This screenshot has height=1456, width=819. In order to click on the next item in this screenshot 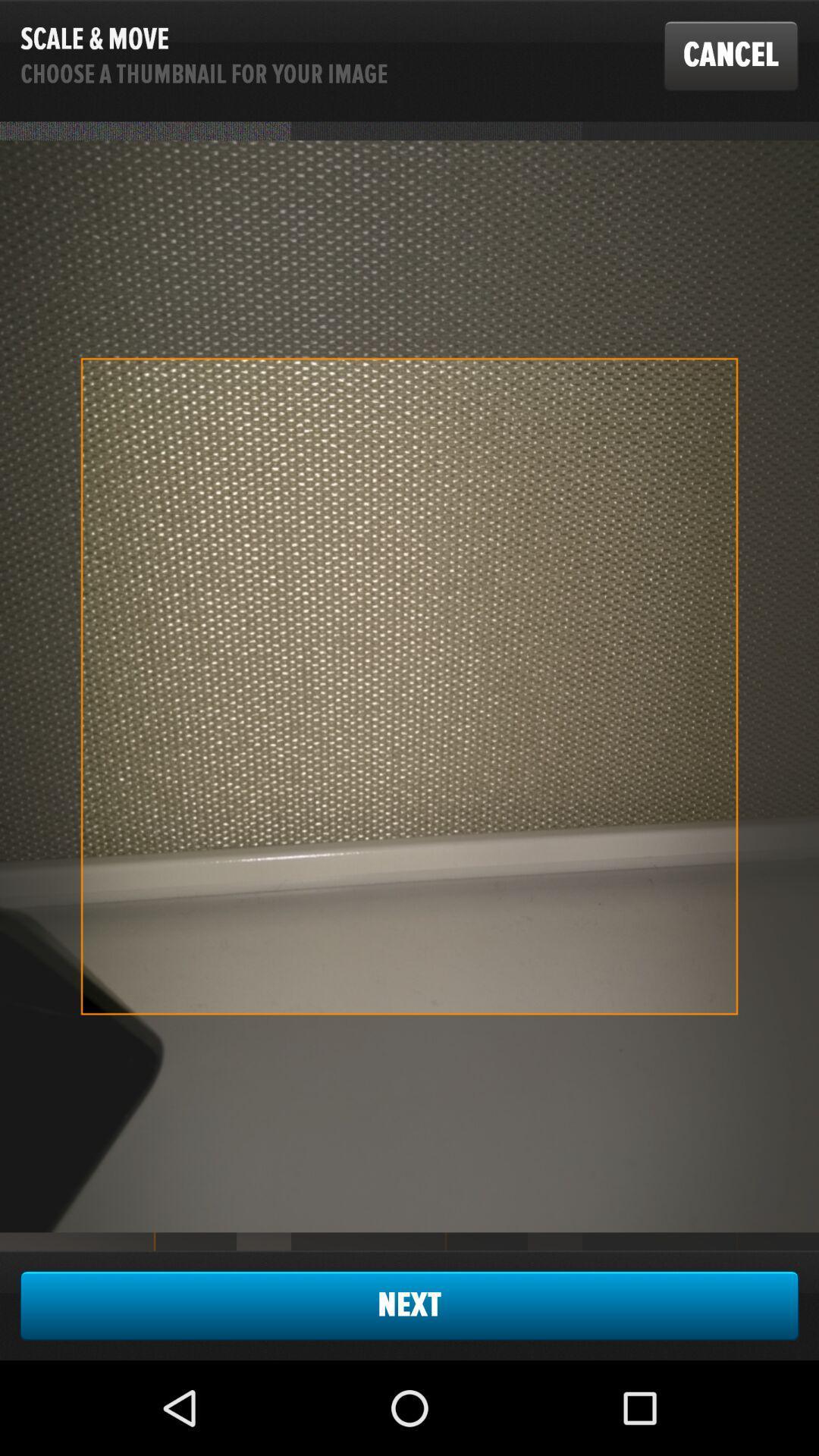, I will do `click(409, 1304)`.